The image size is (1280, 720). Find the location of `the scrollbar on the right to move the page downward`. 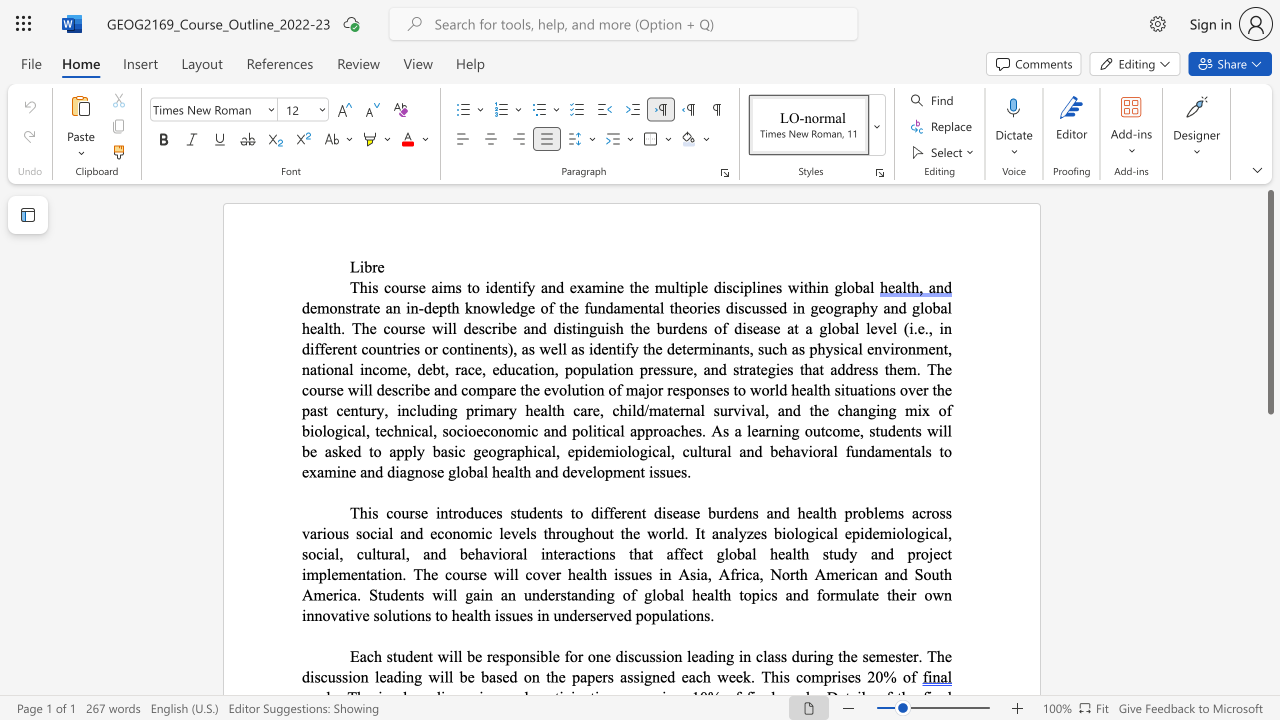

the scrollbar on the right to move the page downward is located at coordinates (1269, 570).